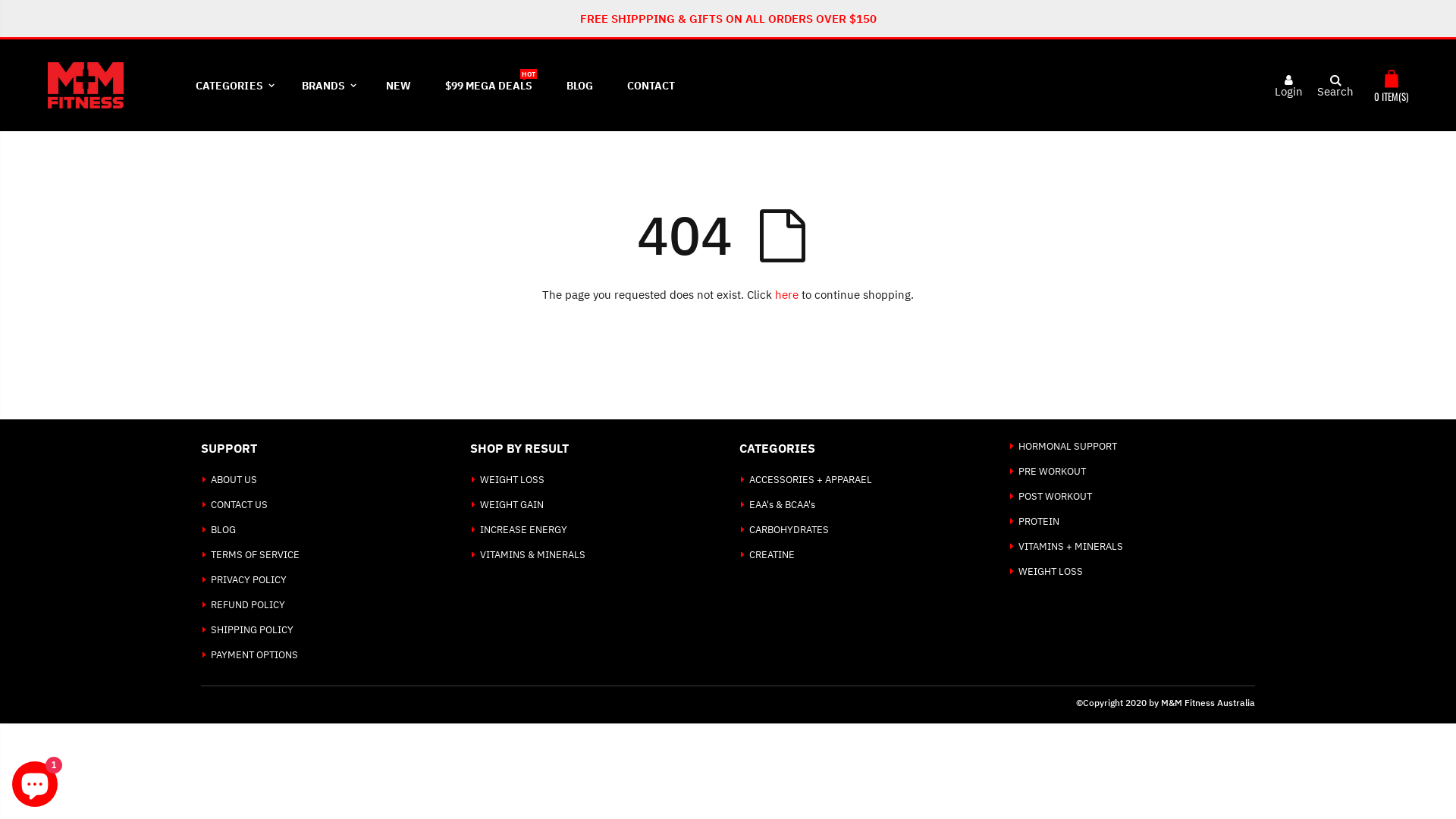 This screenshot has width=1456, height=819. Describe the element at coordinates (771, 554) in the screenshot. I see `'CREATINE'` at that location.